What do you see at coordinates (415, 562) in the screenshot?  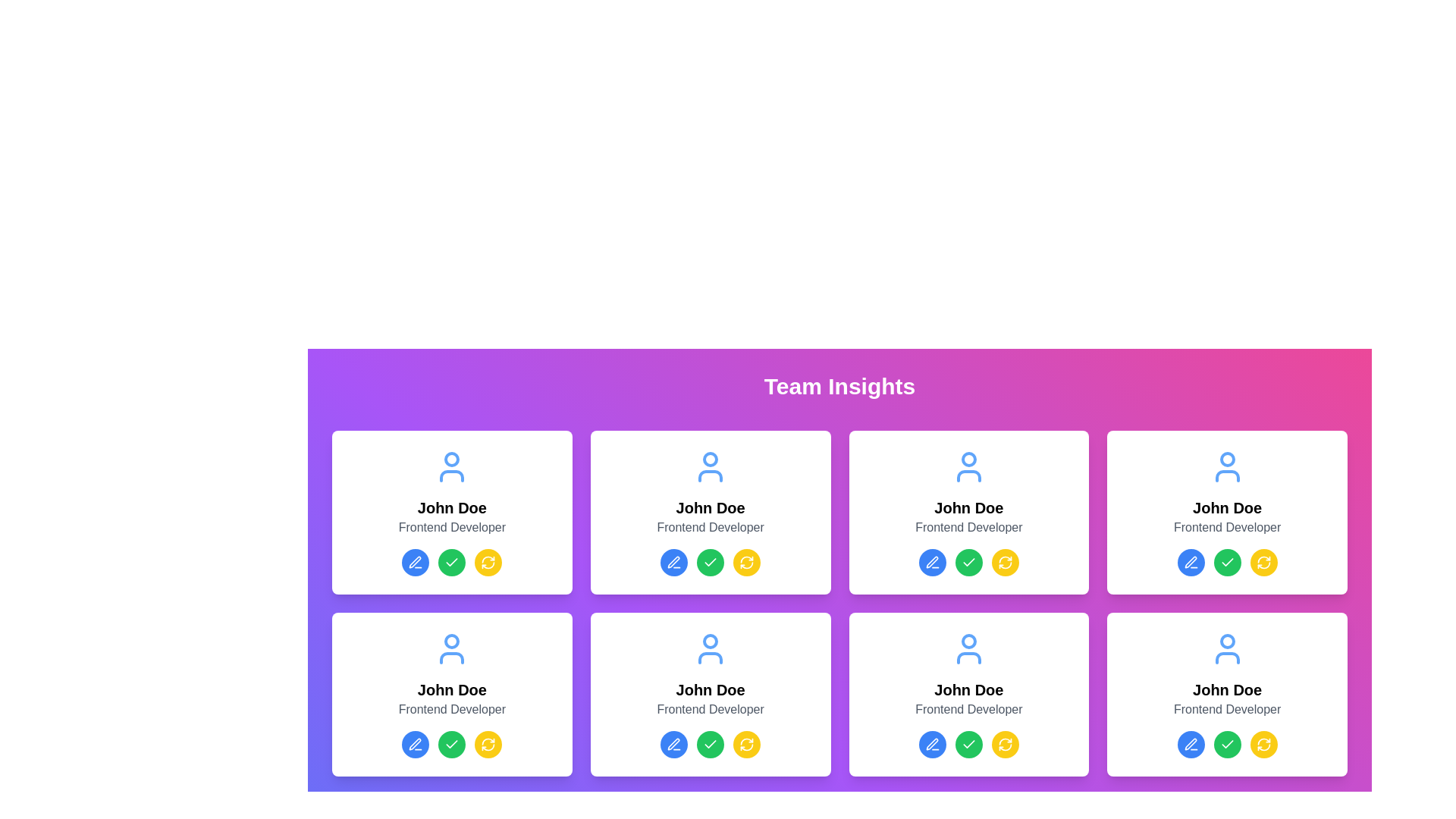 I see `the pencil icon located at the bottom-left corner of the card` at bounding box center [415, 562].